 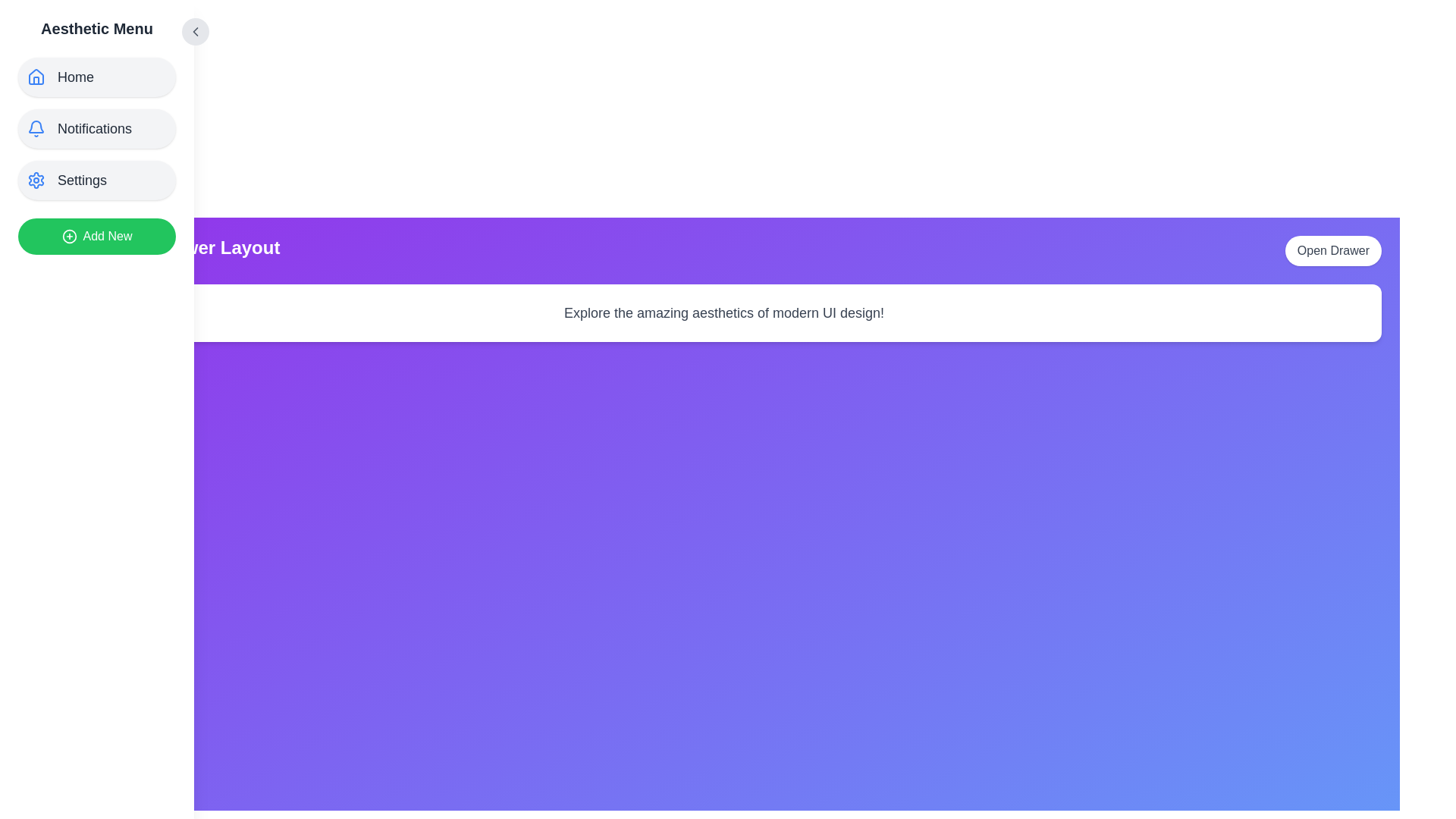 What do you see at coordinates (723, 312) in the screenshot?
I see `the paragraph text block that contains the message 'Explore the amazing aesthetics of modern UI design!', which is centrally located in a white rectangular box with rounded corners on a gradient blue-to-purple background` at bounding box center [723, 312].